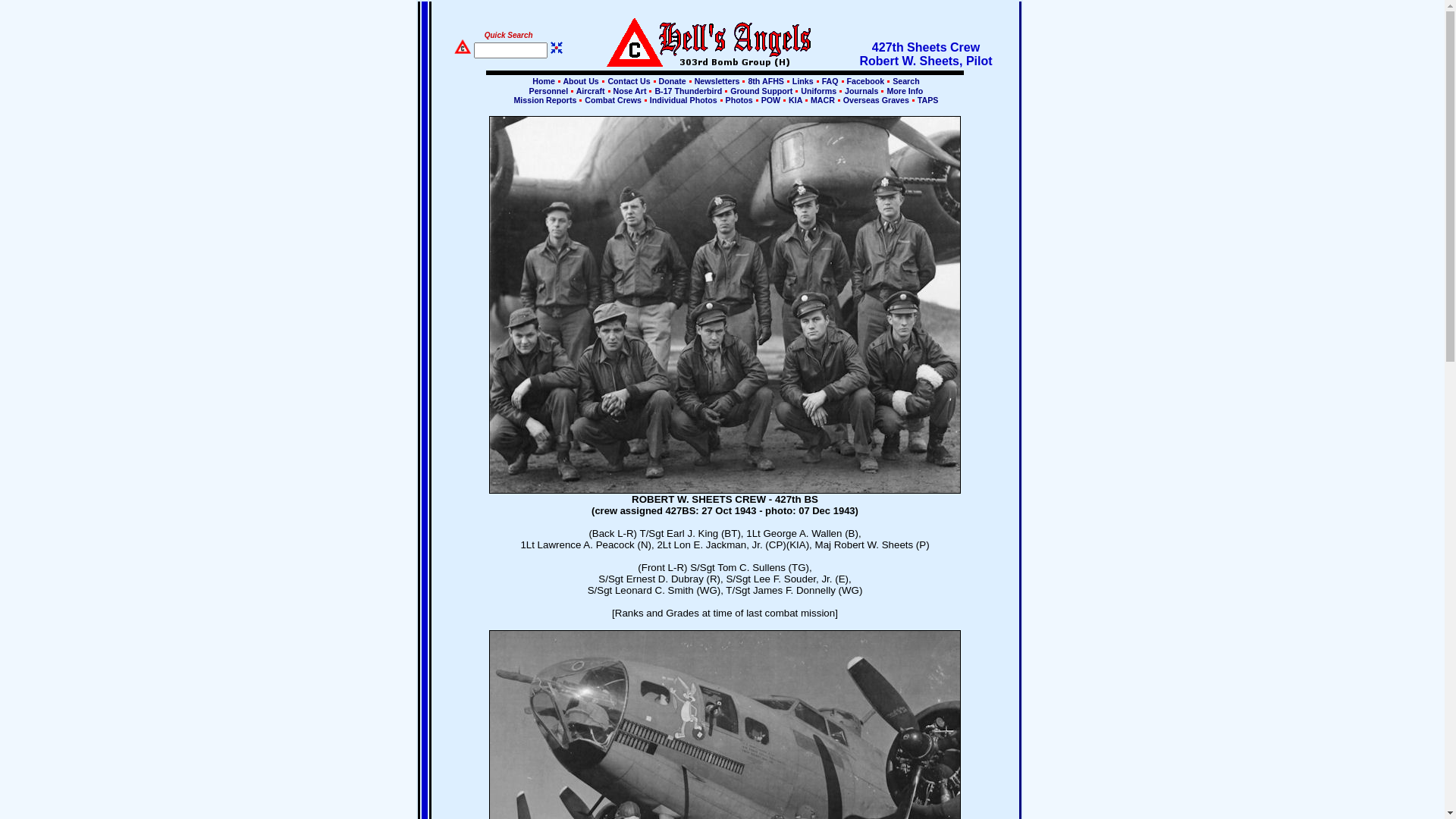 Image resolution: width=1456 pixels, height=819 pixels. I want to click on 'More Info', so click(903, 90).